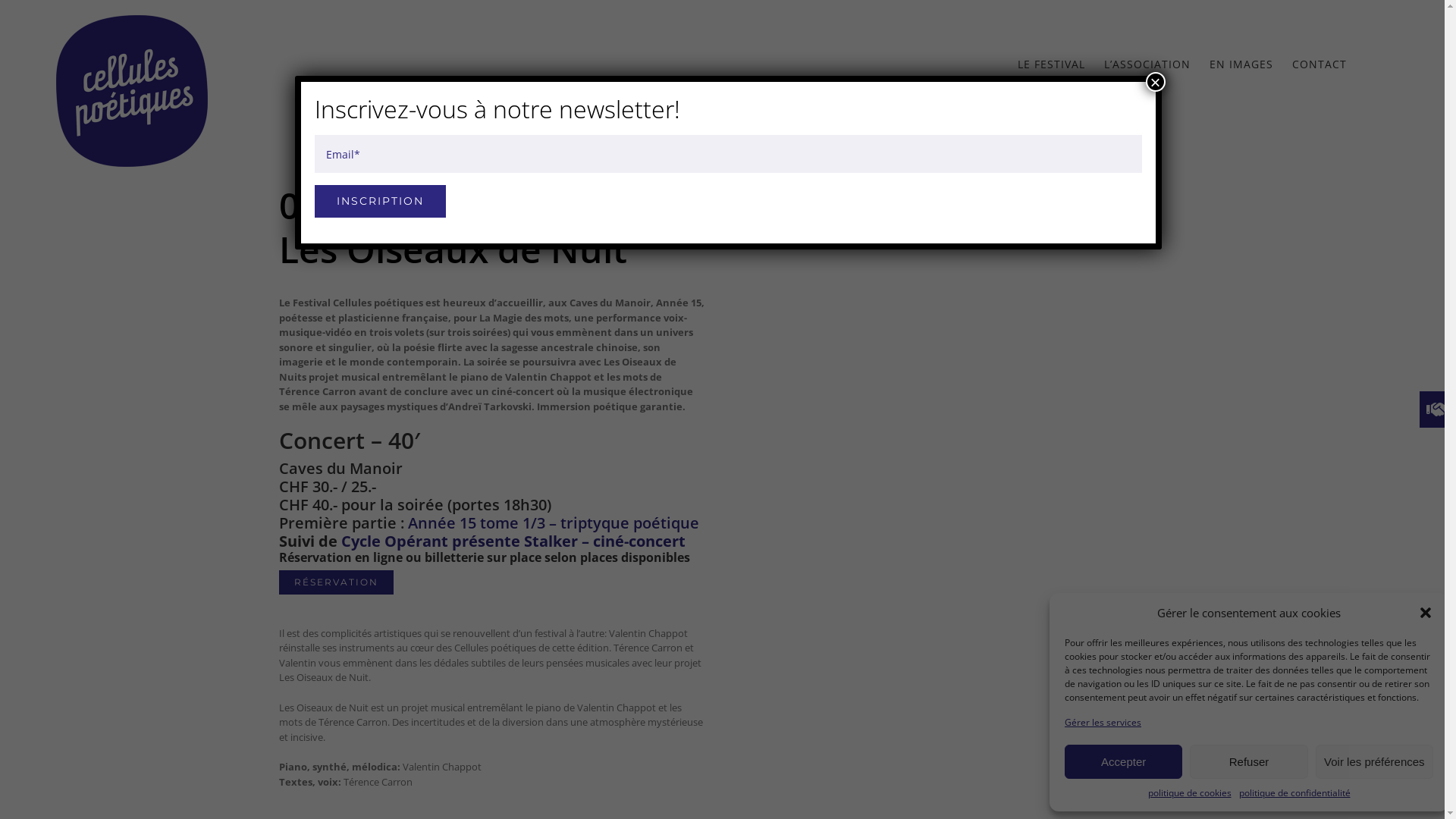  What do you see at coordinates (1050, 63) in the screenshot?
I see `'LE FESTIVAL'` at bounding box center [1050, 63].